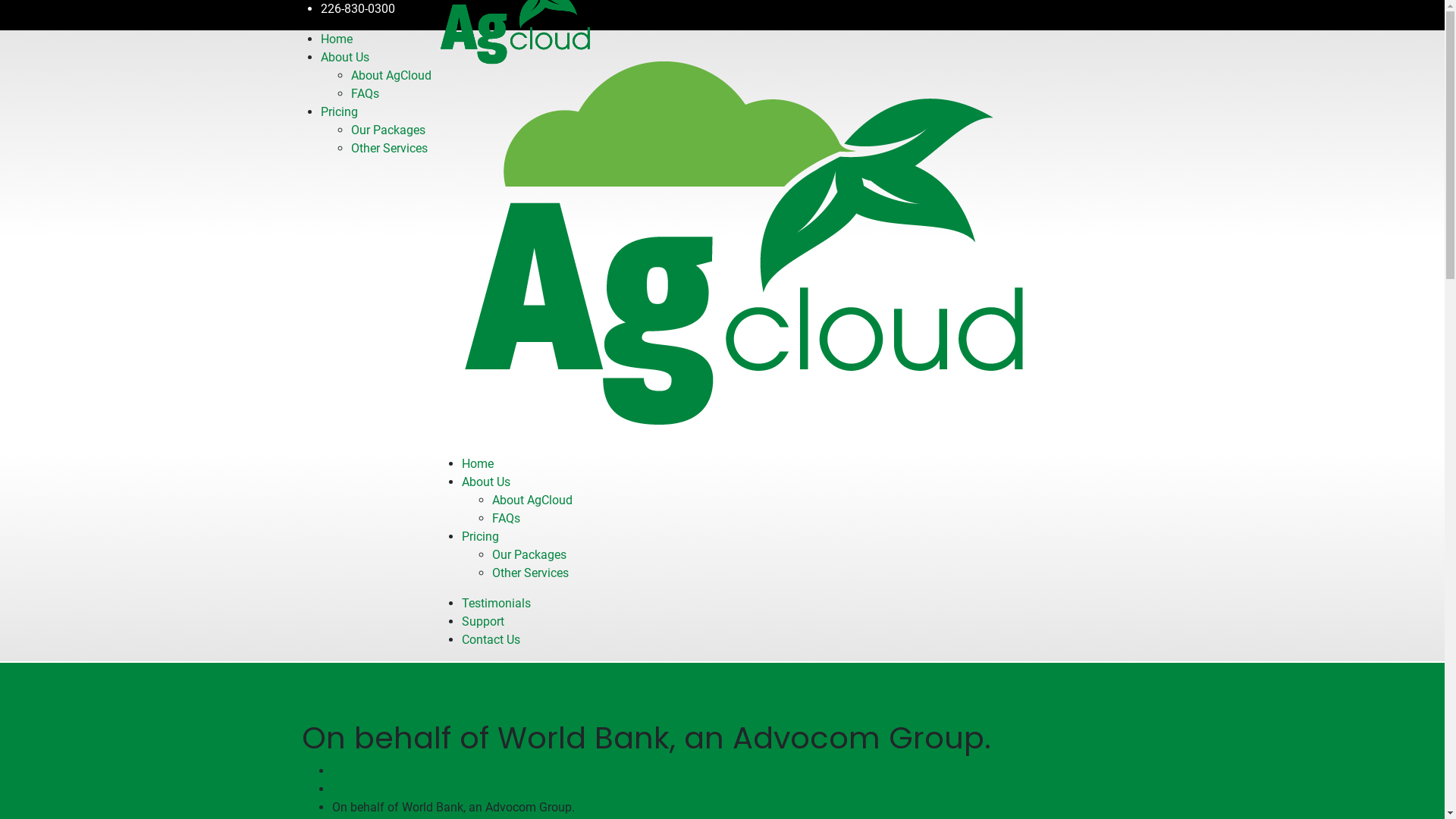 This screenshot has height=819, width=1456. What do you see at coordinates (529, 573) in the screenshot?
I see `'Other Services'` at bounding box center [529, 573].